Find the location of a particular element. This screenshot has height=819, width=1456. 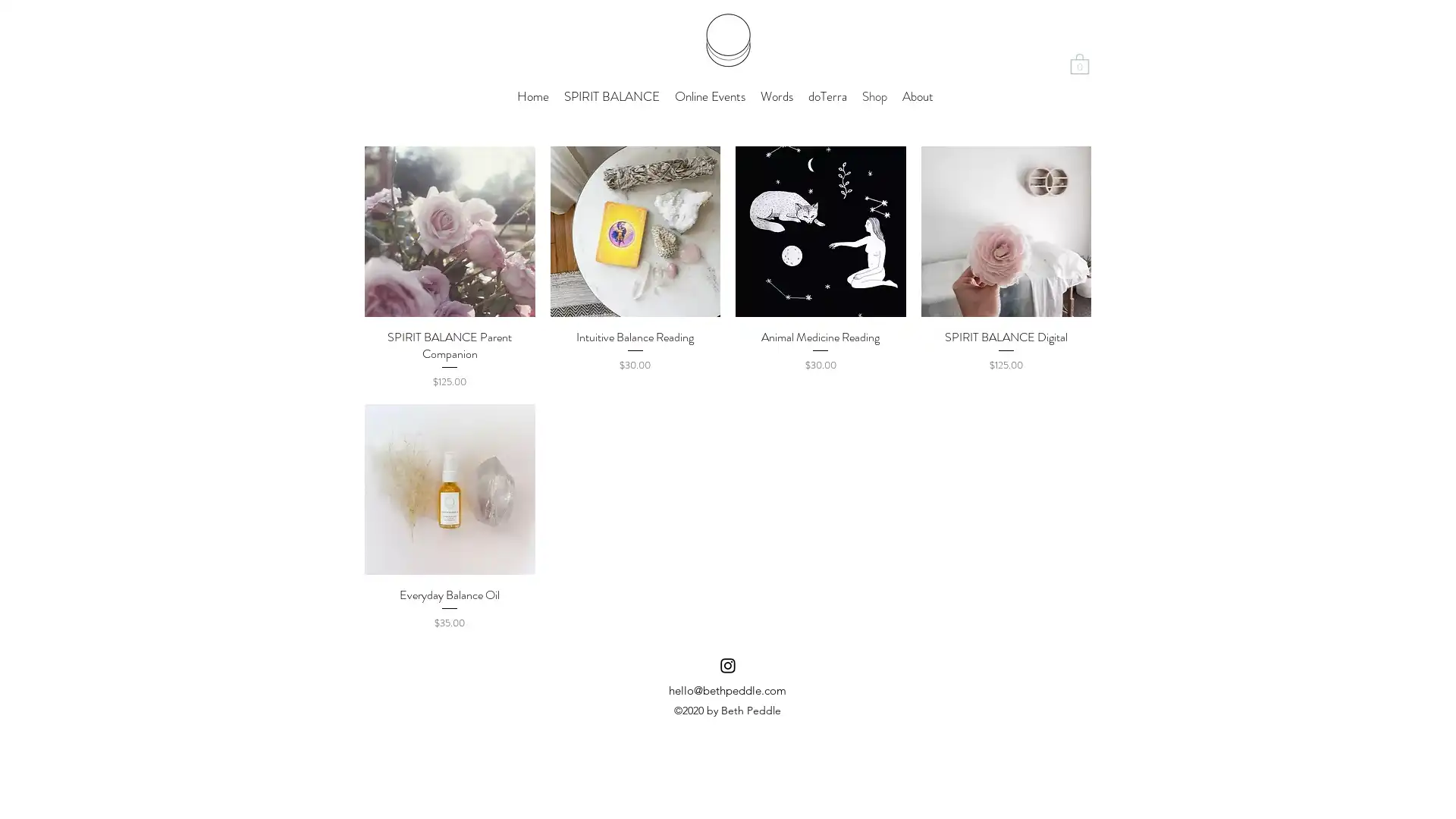

Quick View is located at coordinates (1006, 334).